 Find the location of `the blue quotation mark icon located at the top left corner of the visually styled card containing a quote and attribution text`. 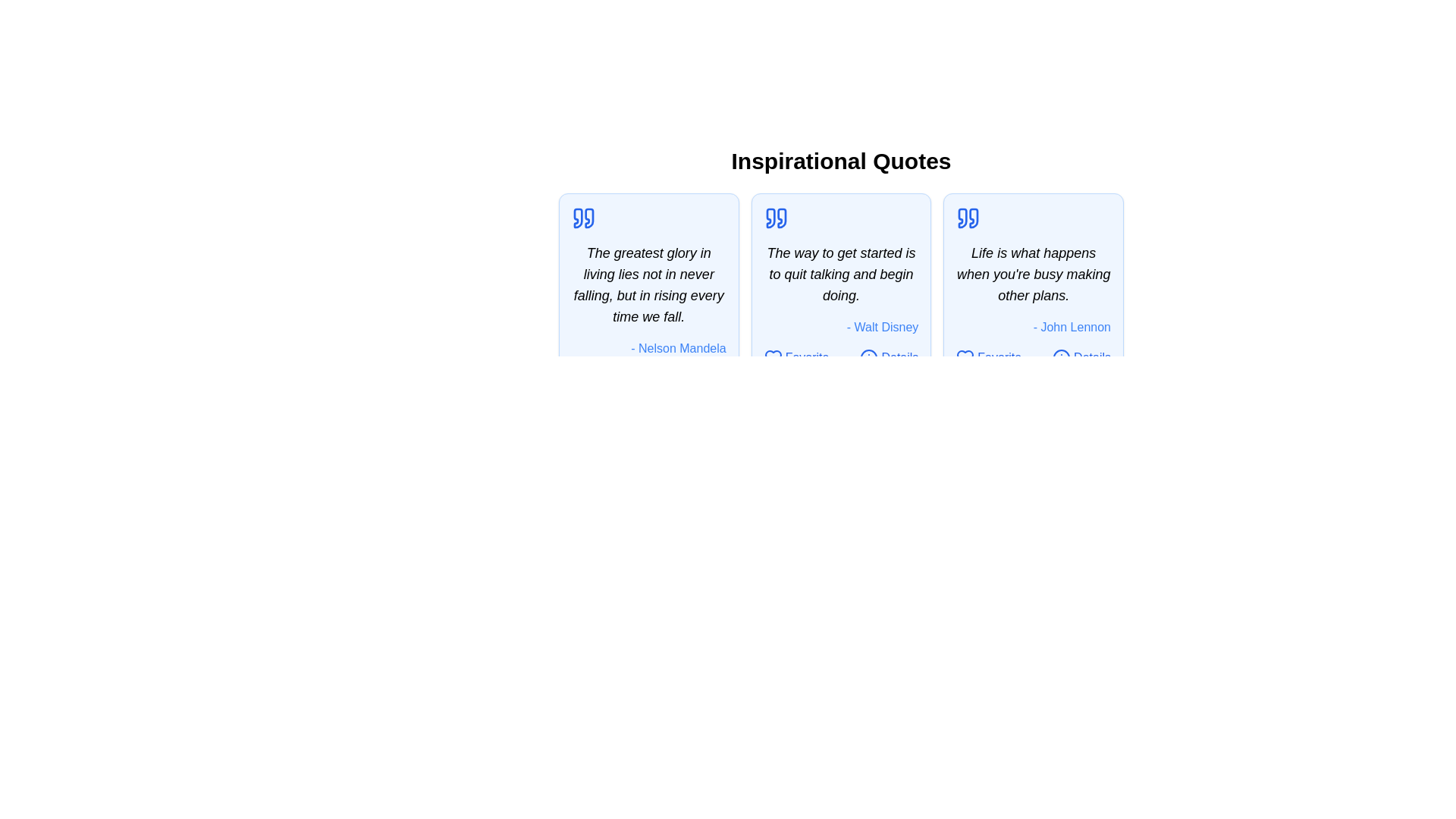

the blue quotation mark icon located at the top left corner of the visually styled card containing a quote and attribution text is located at coordinates (770, 218).